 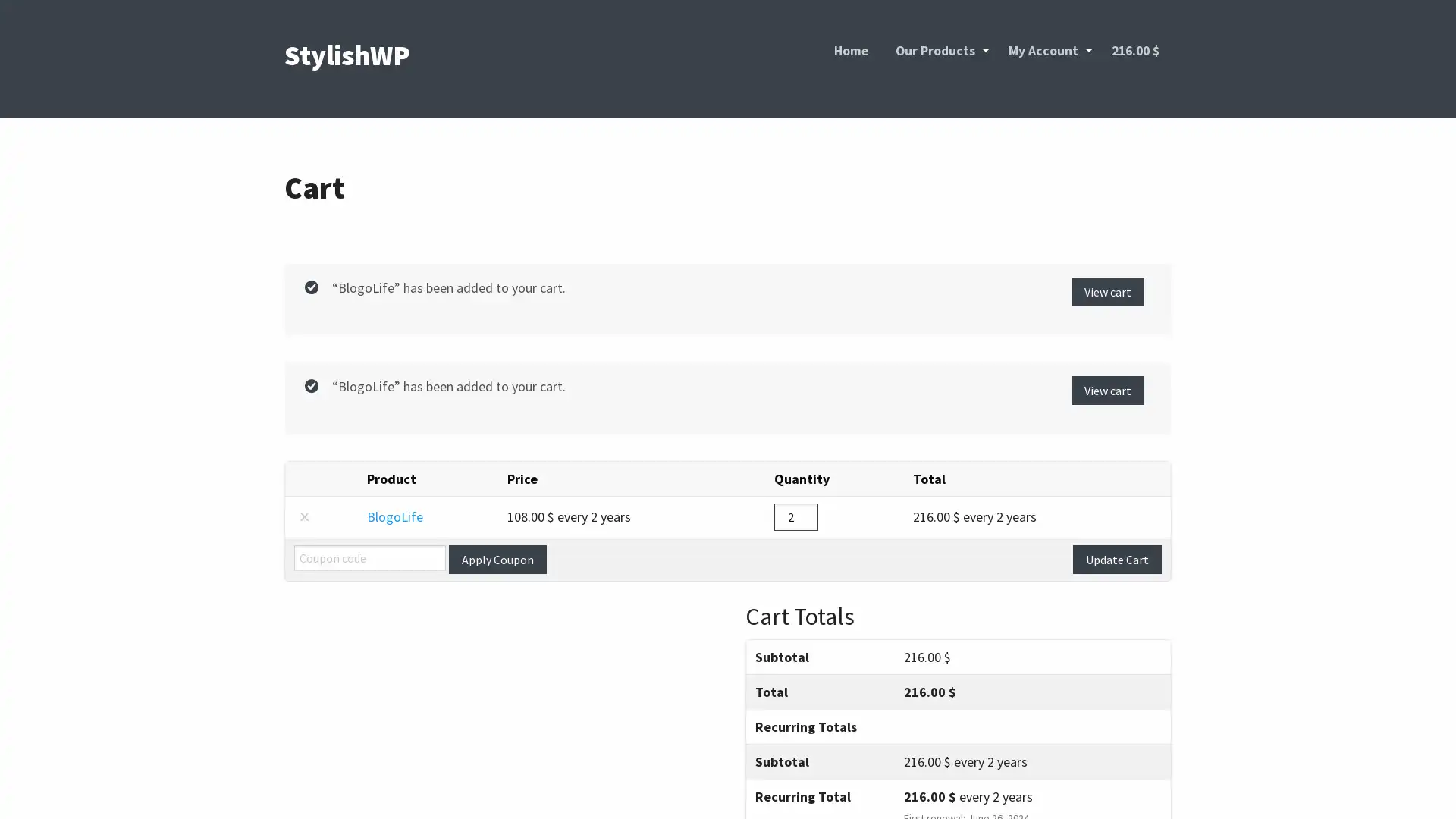 What do you see at coordinates (497, 558) in the screenshot?
I see `Apply Coupon` at bounding box center [497, 558].